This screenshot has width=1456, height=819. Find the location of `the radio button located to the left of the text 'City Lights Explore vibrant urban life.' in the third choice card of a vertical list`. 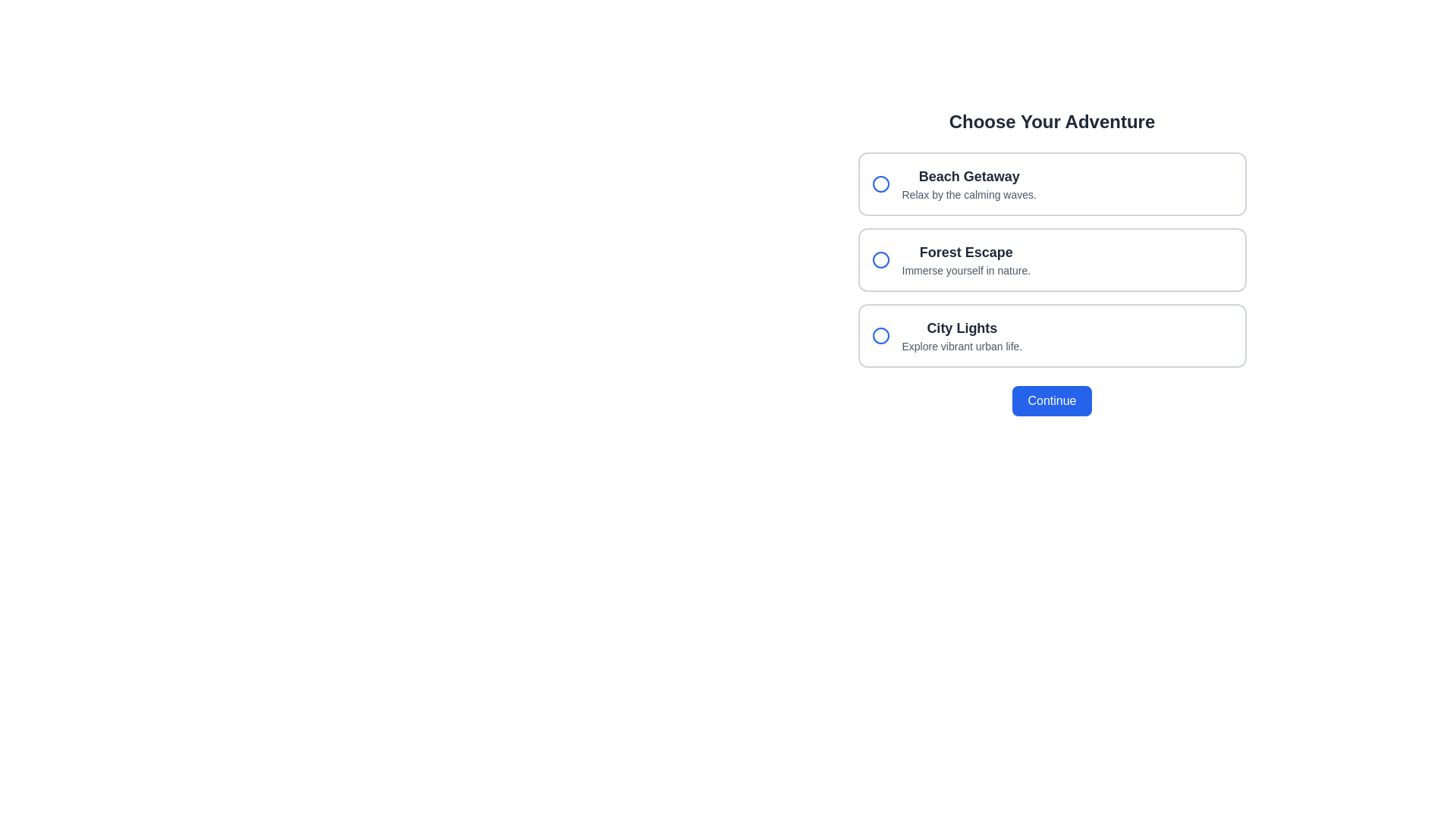

the radio button located to the left of the text 'City Lights Explore vibrant urban life.' in the third choice card of a vertical list is located at coordinates (880, 335).